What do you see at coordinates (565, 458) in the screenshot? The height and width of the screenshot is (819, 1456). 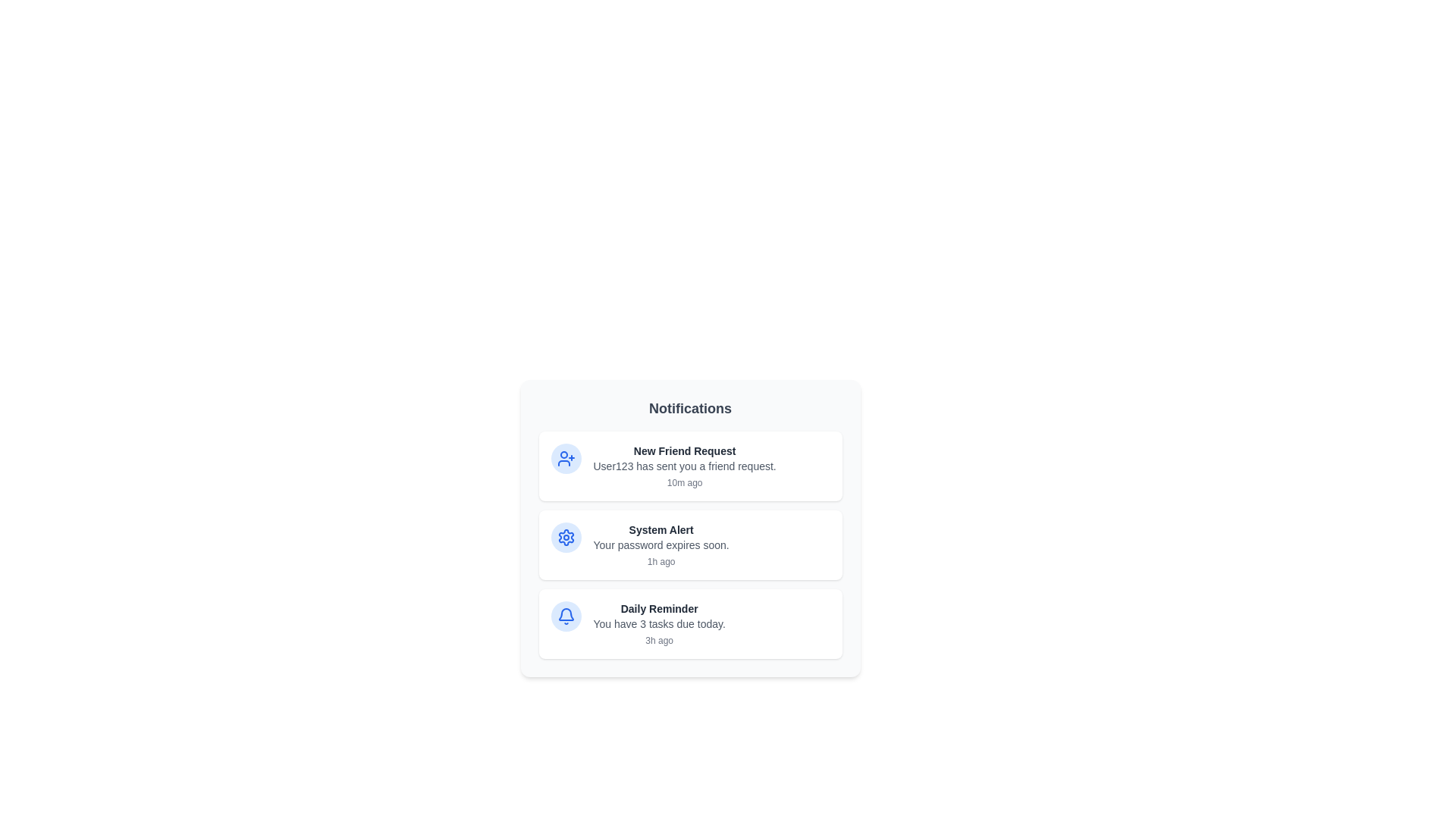 I see `the icon of the notification corresponding to New Friend Request` at bounding box center [565, 458].